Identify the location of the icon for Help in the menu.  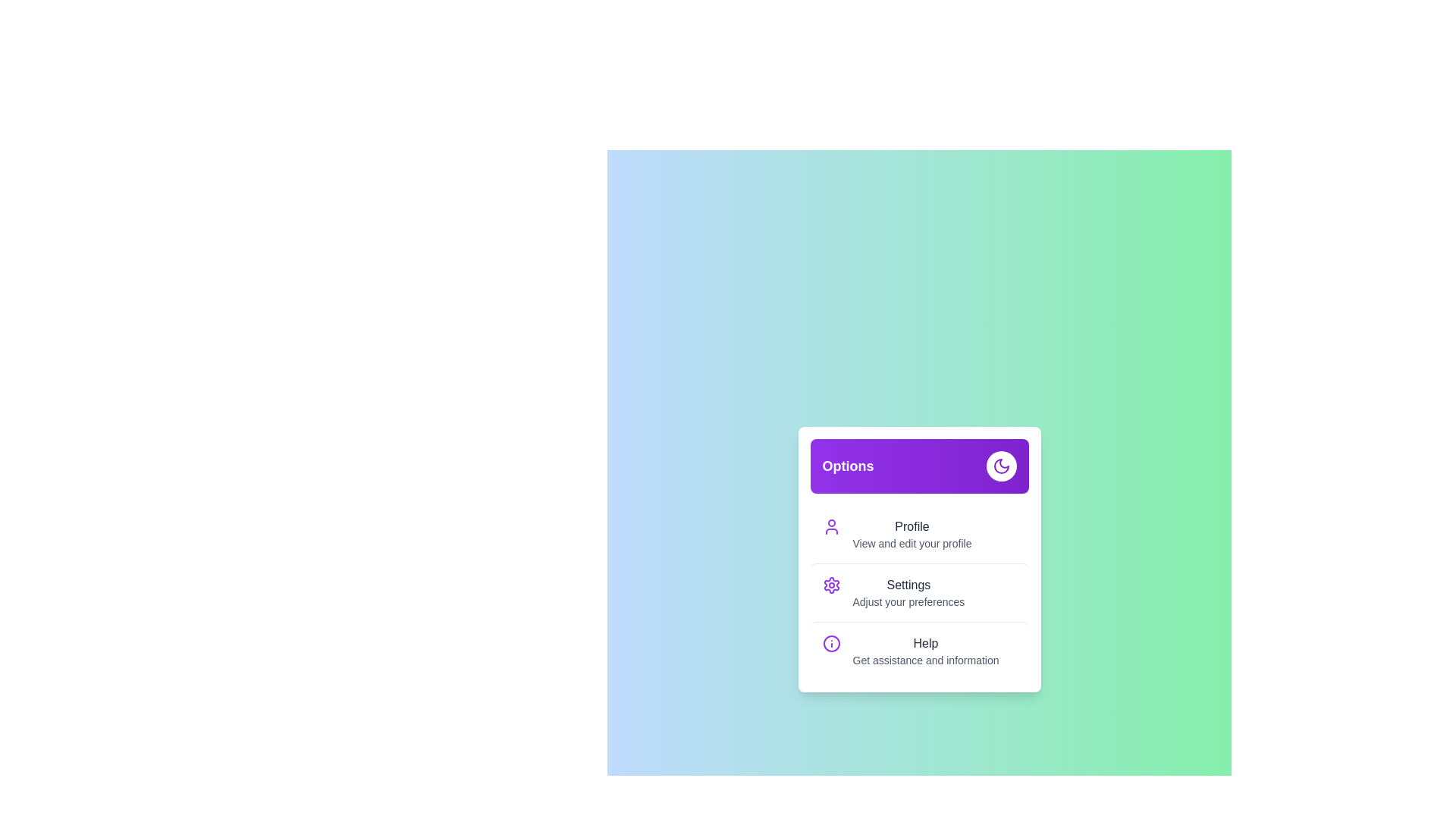
(830, 643).